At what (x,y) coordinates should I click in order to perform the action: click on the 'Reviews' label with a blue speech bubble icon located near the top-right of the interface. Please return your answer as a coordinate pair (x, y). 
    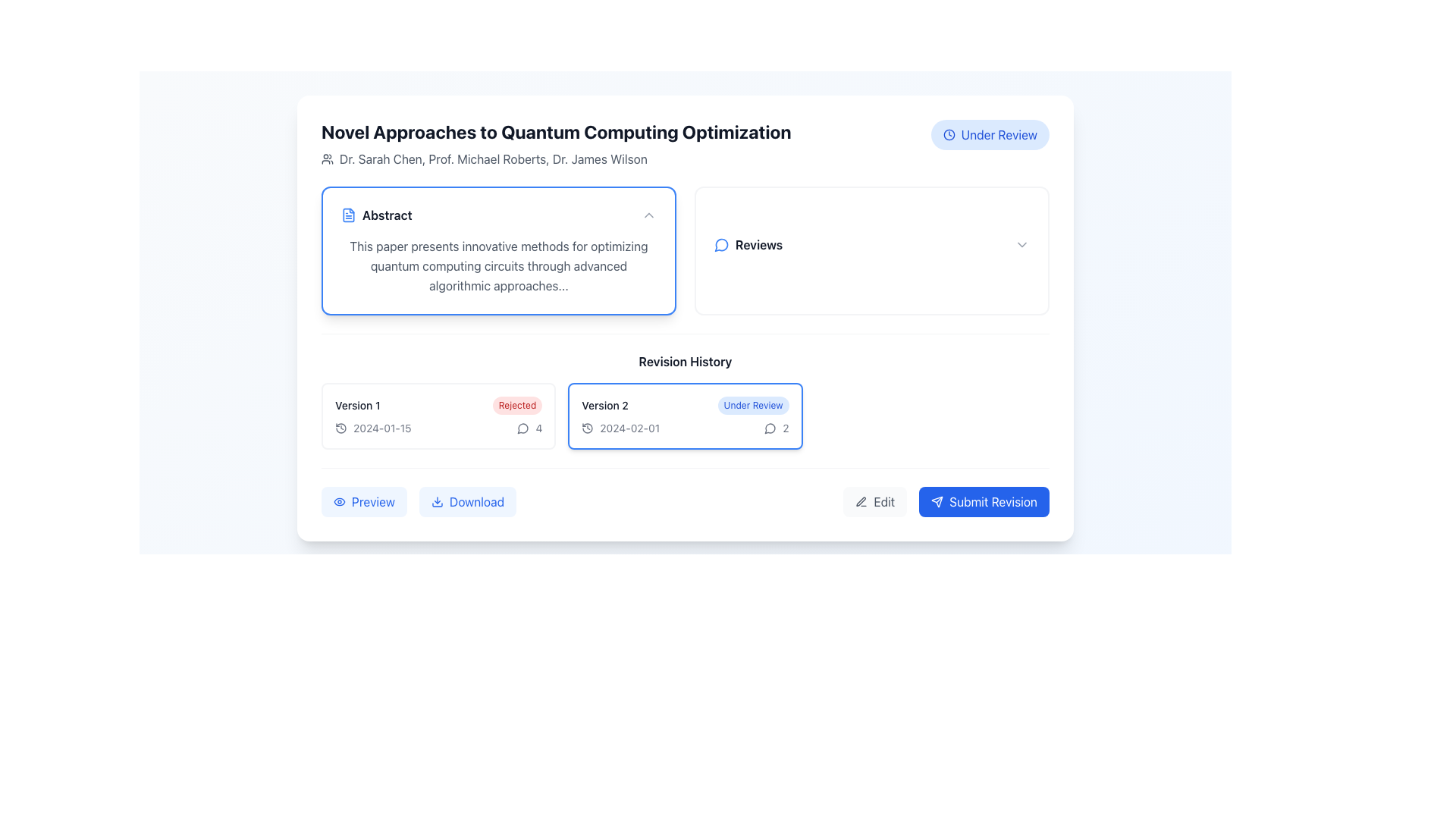
    Looking at the image, I should click on (748, 244).